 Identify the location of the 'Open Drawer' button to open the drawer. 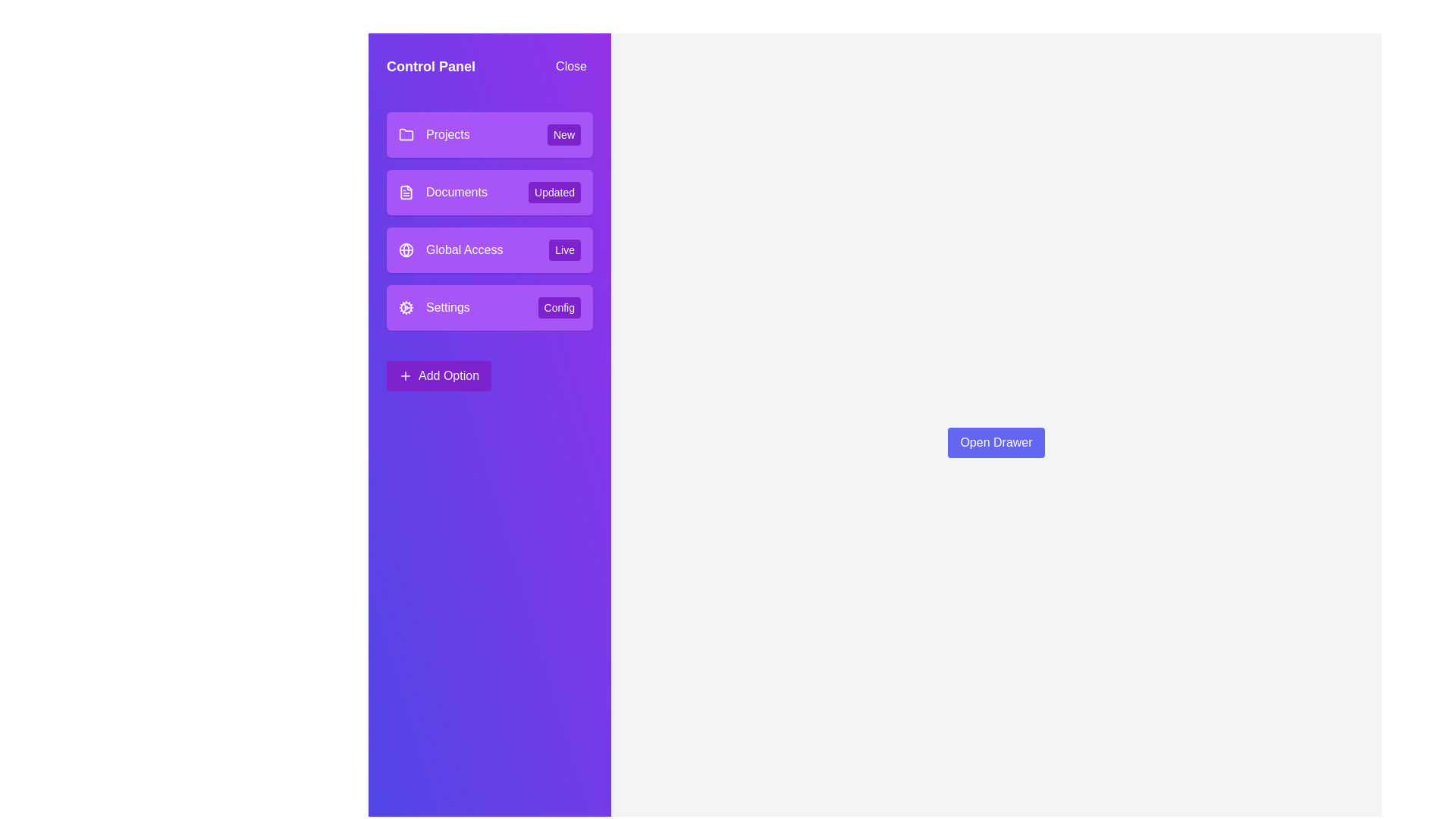
(996, 442).